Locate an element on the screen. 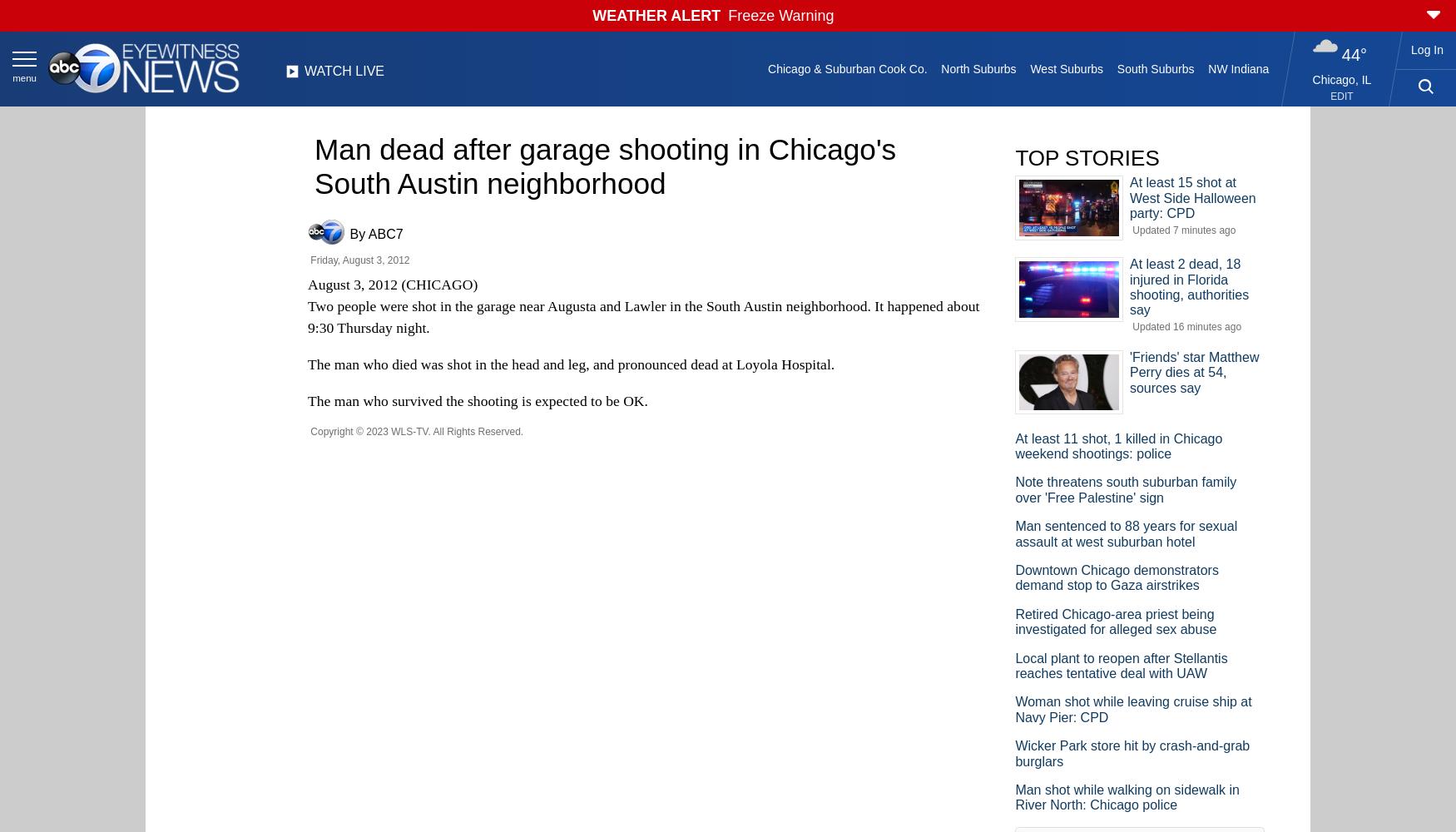 This screenshot has height=832, width=1456. 'At least 2 dead, 18 injured in Florida shooting, authorities say' is located at coordinates (1188, 286).